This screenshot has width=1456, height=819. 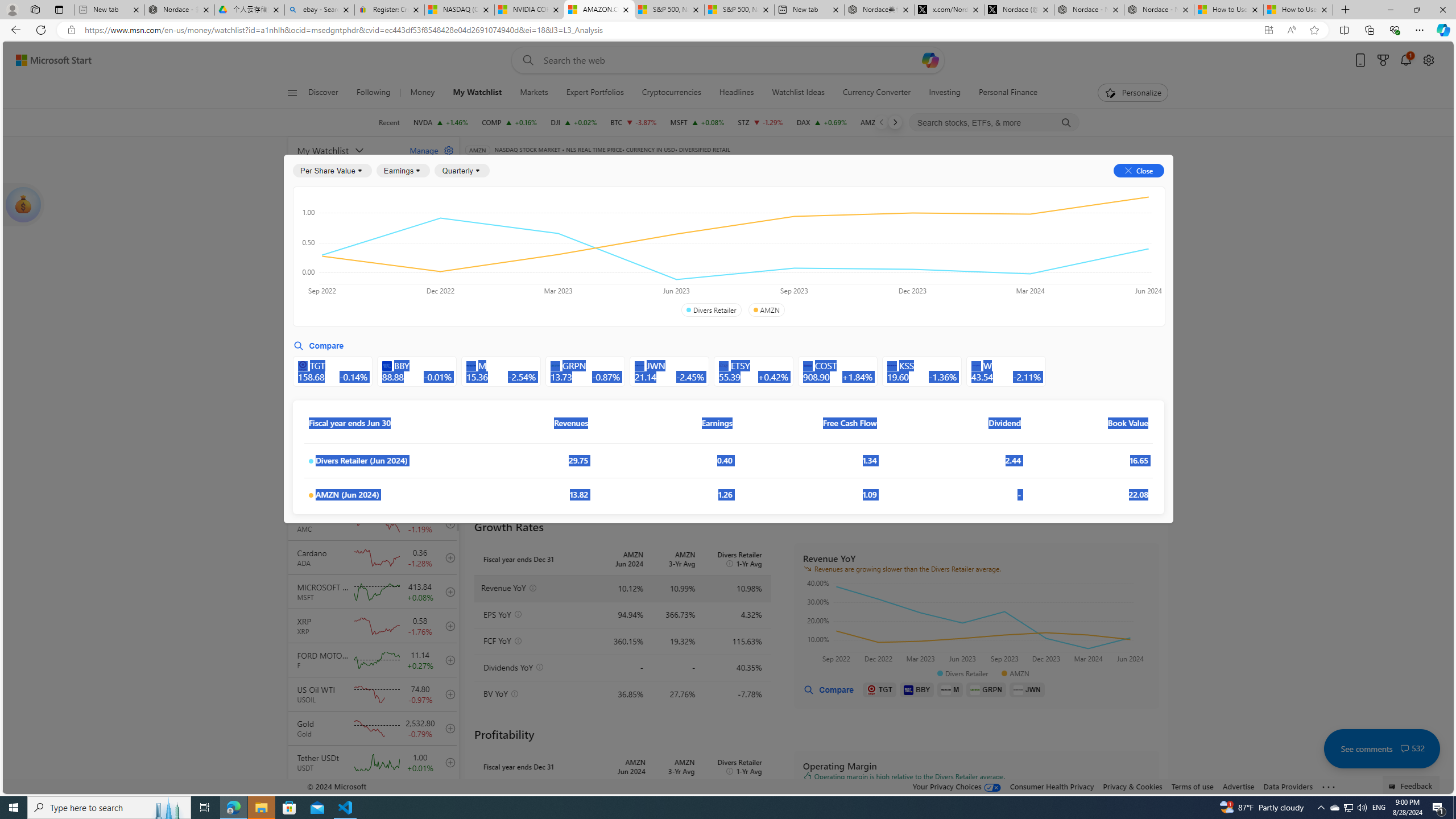 What do you see at coordinates (739, 9) in the screenshot?
I see `'S&P 500, Nasdaq end lower, weighed by Nvidia dip | Watch'` at bounding box center [739, 9].